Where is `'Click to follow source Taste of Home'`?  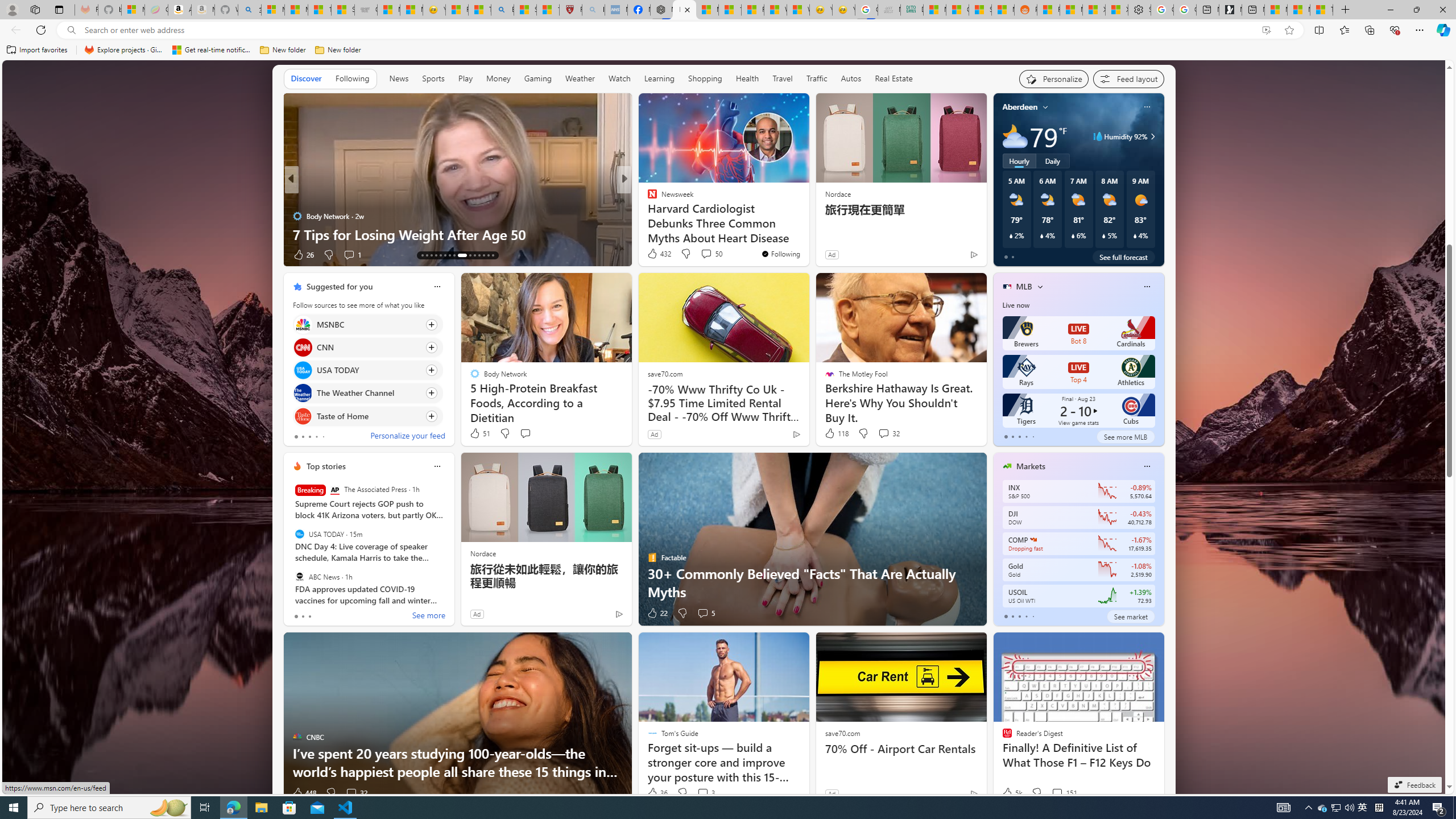 'Click to follow source Taste of Home' is located at coordinates (367, 416).